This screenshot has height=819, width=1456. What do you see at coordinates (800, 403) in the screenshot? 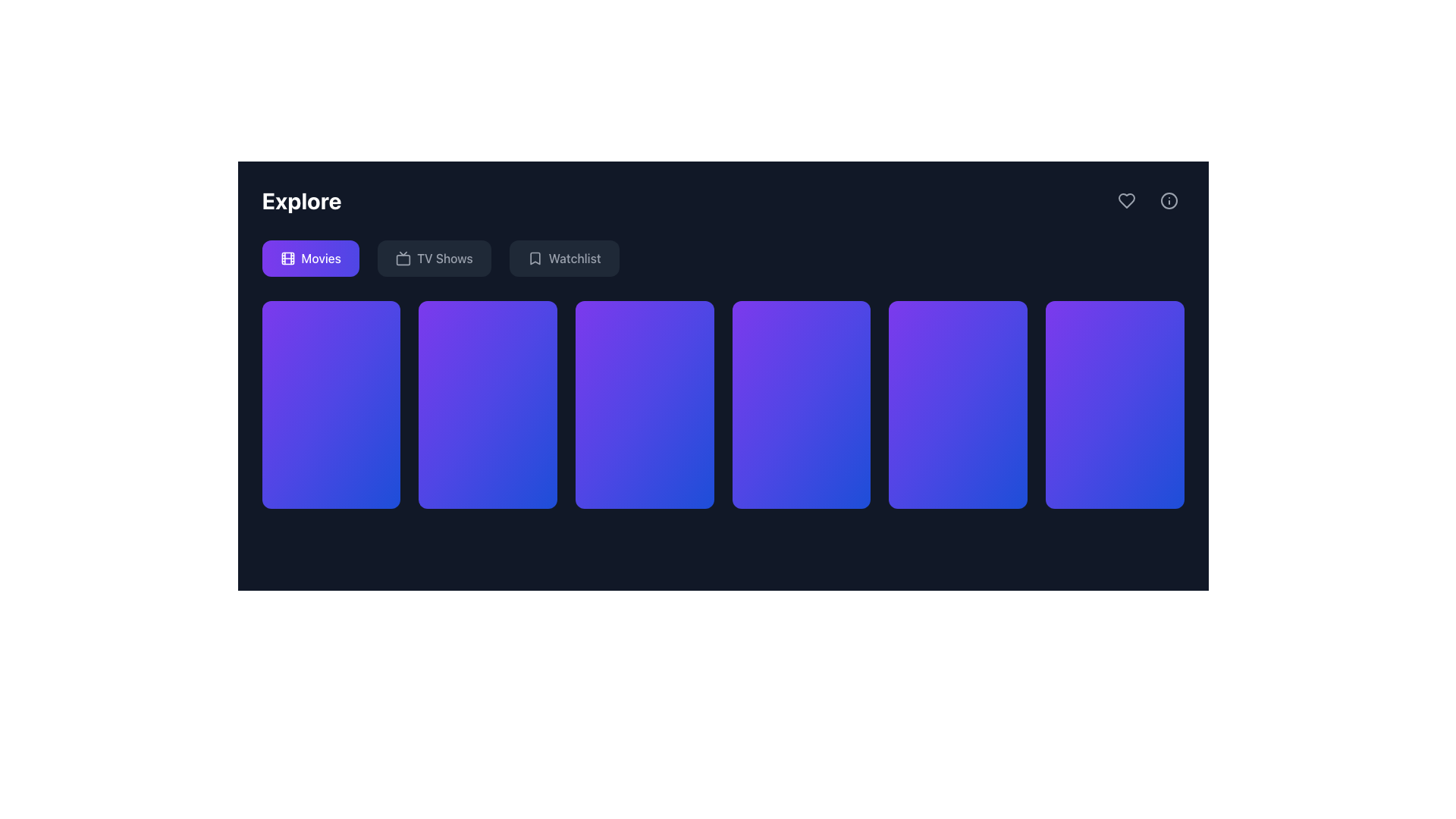
I see `the fourth media card in the horizontally aligned list` at bounding box center [800, 403].